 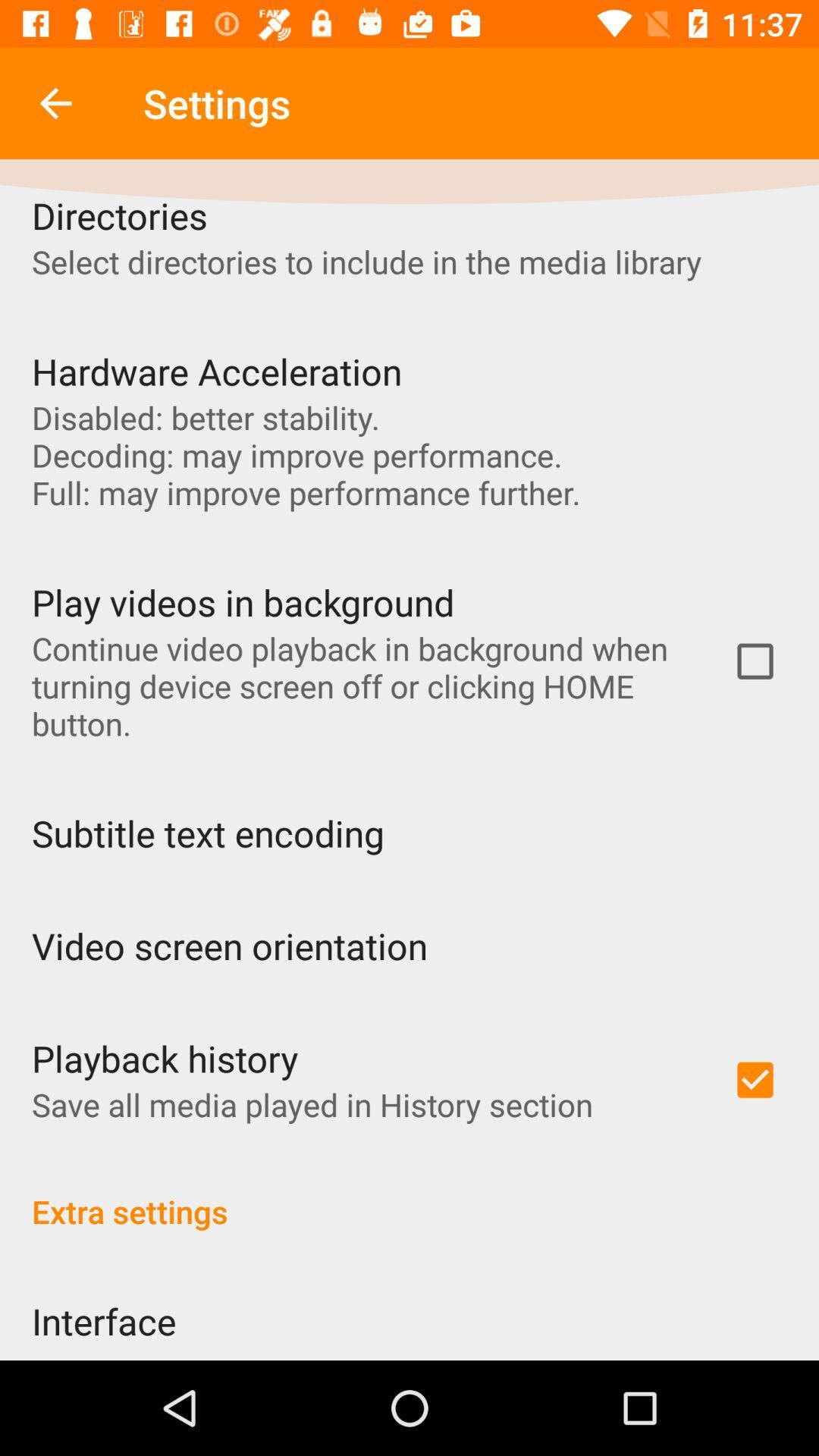 What do you see at coordinates (409, 1194) in the screenshot?
I see `extra settings` at bounding box center [409, 1194].